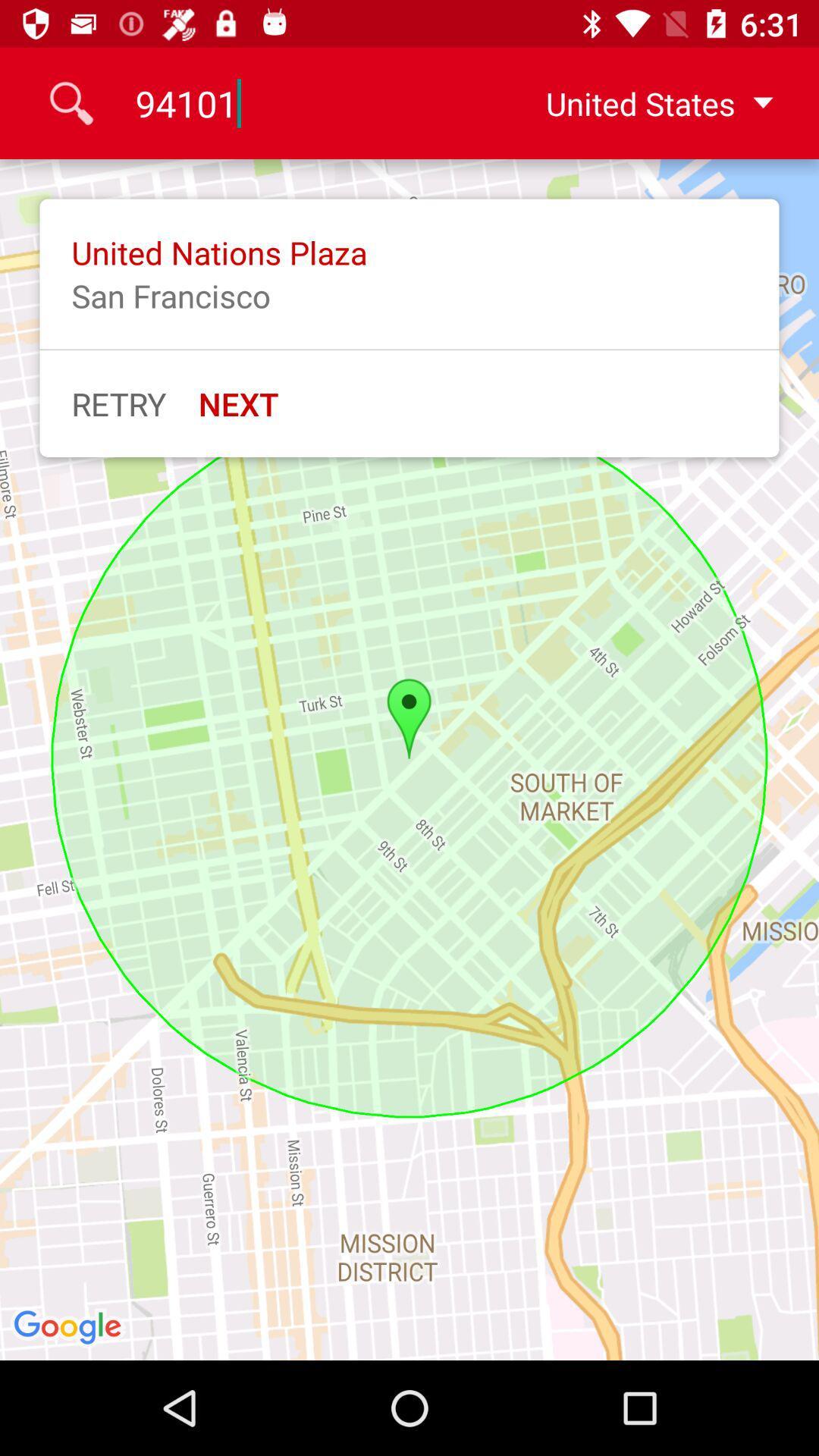 The image size is (819, 1456). What do you see at coordinates (118, 403) in the screenshot?
I see `item next to next item` at bounding box center [118, 403].